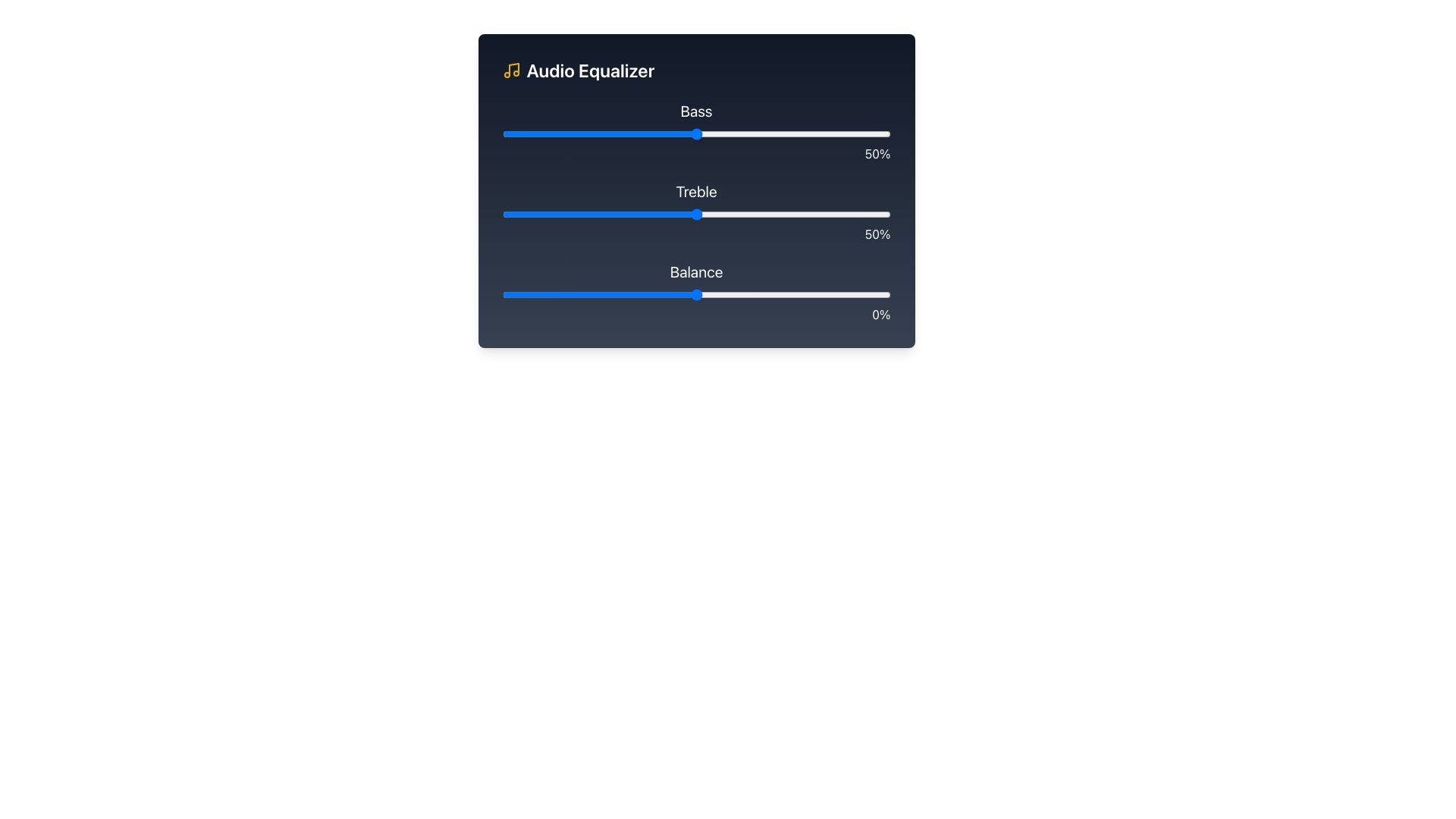 Image resolution: width=1456 pixels, height=819 pixels. I want to click on the Bass level, so click(591, 133).